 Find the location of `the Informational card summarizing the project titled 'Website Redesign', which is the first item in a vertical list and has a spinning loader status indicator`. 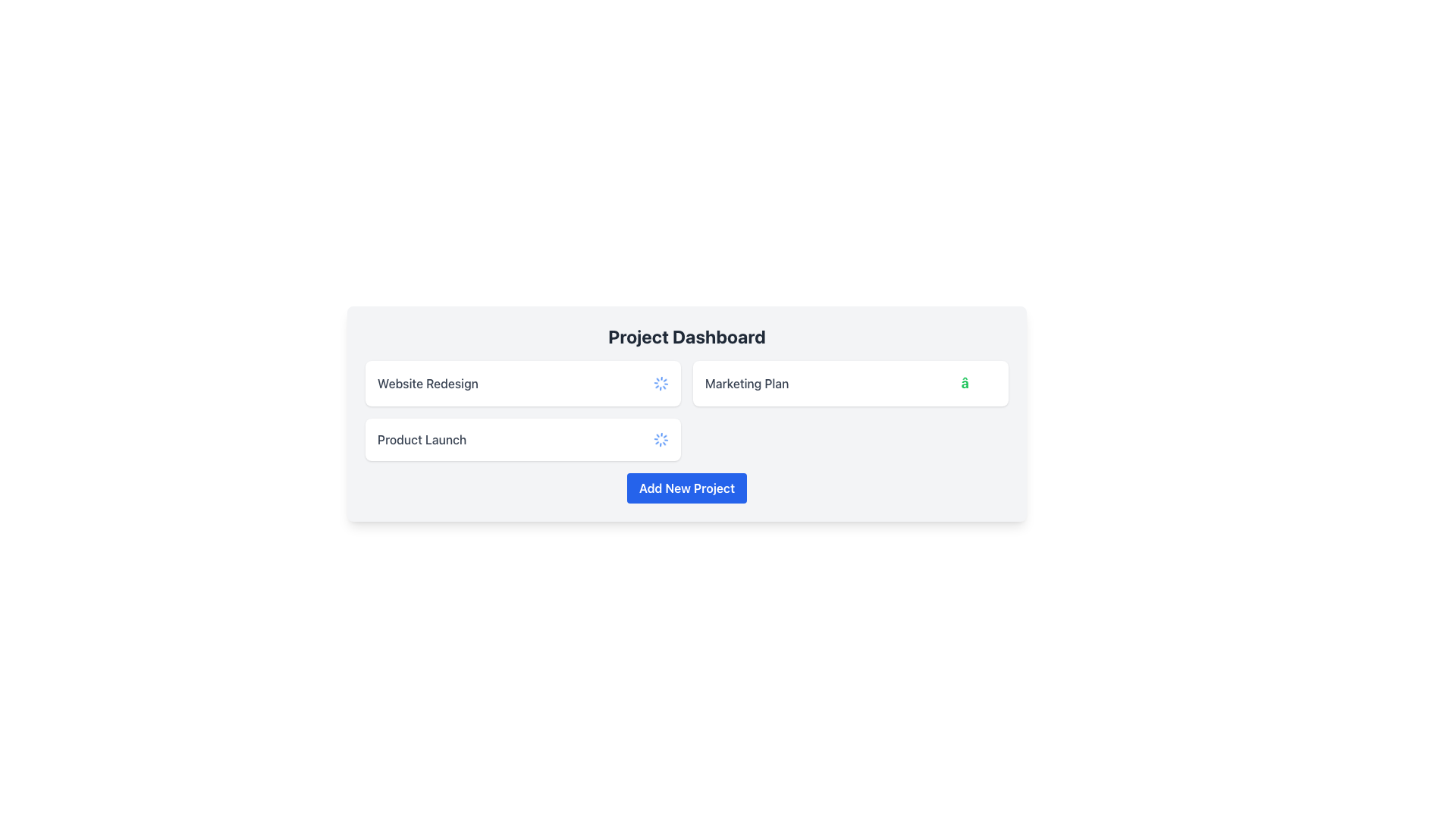

the Informational card summarizing the project titled 'Website Redesign', which is the first item in a vertical list and has a spinning loader status indicator is located at coordinates (523, 382).